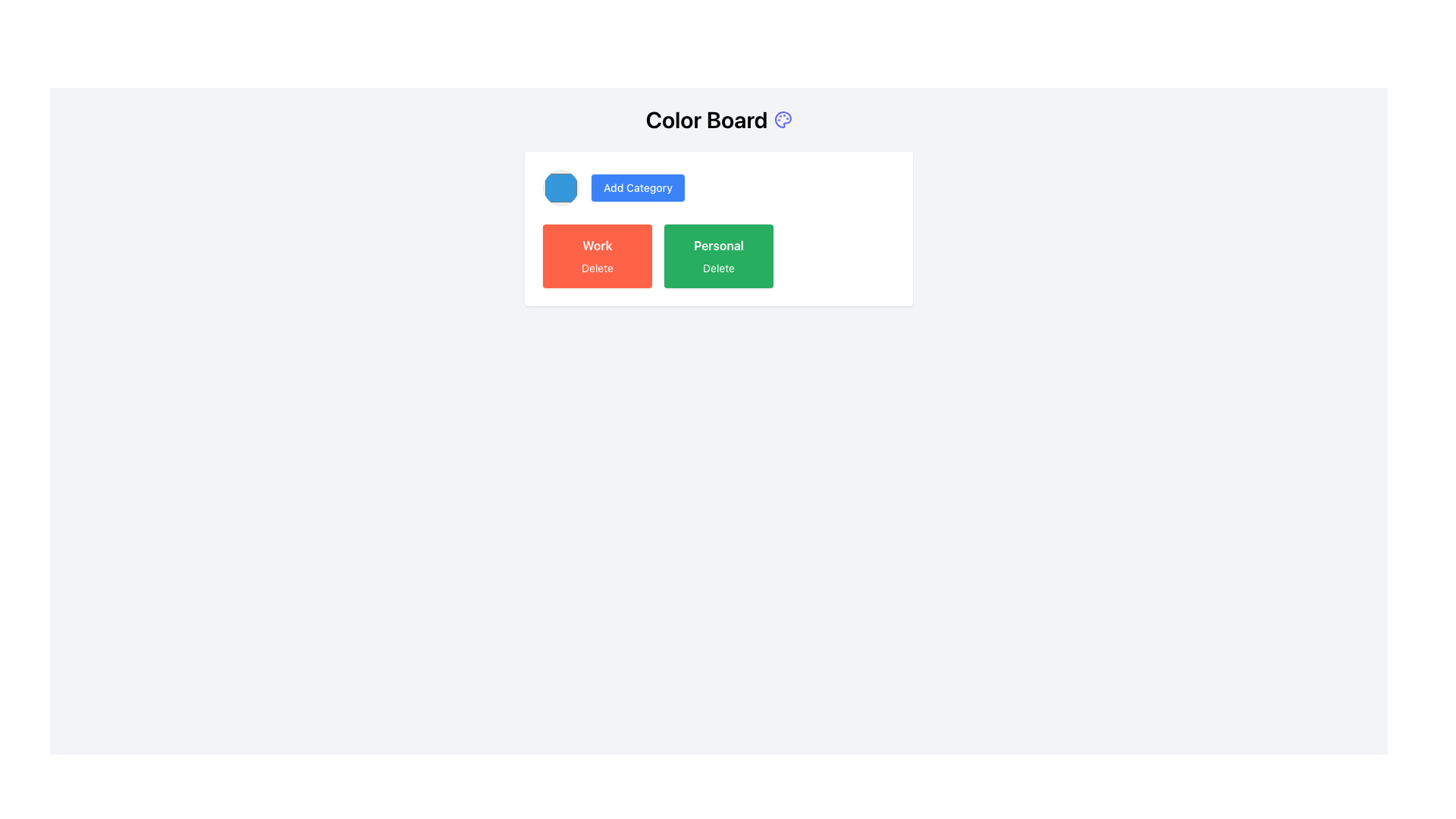 The image size is (1456, 819). I want to click on the 'Personal' label styled in white font within the green button in the right section of the central panel, beneath the 'Color Board' heading, so click(718, 245).